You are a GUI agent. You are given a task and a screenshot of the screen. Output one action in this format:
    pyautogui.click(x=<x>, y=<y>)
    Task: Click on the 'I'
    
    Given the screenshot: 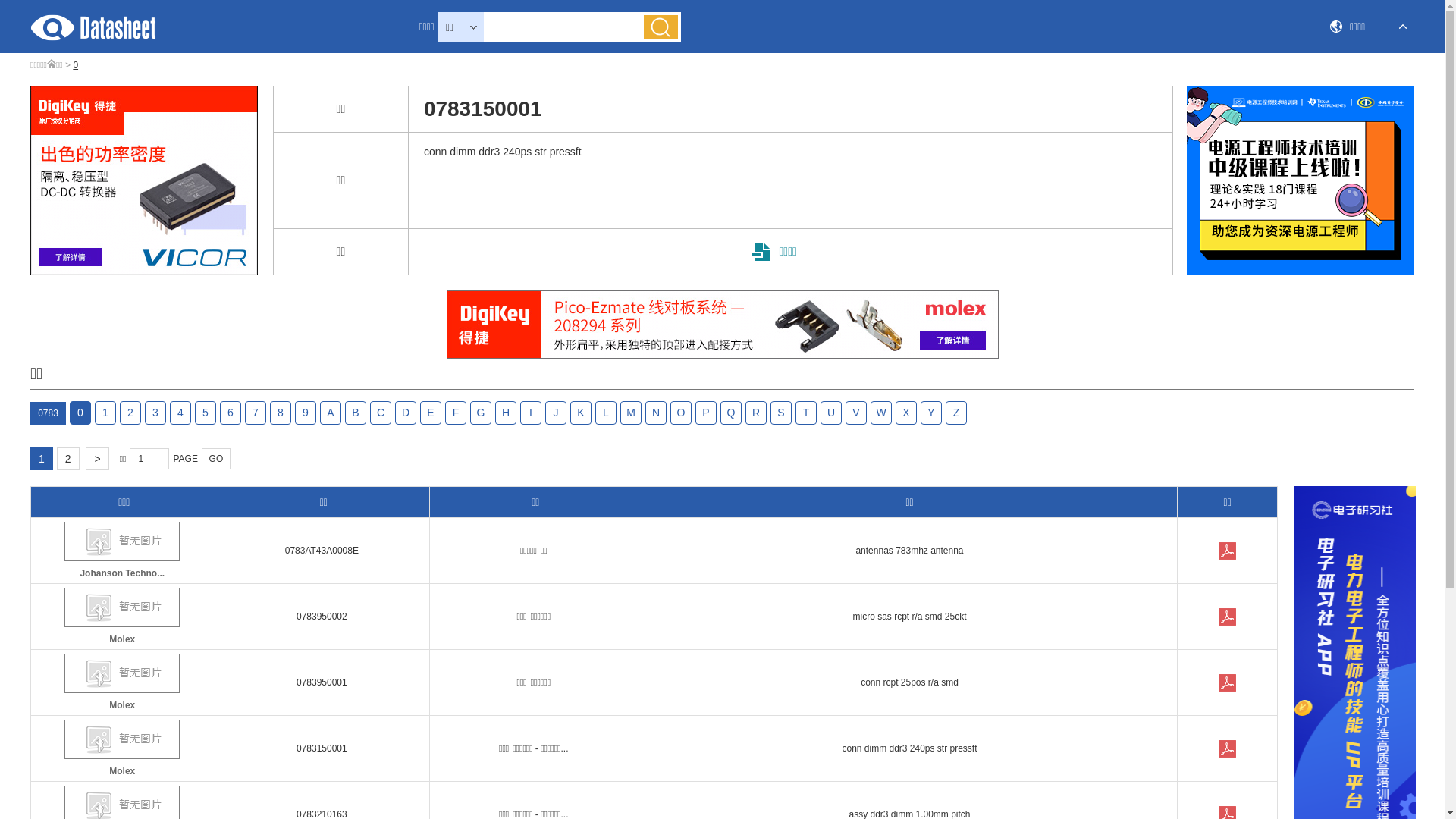 What is the action you would take?
    pyautogui.click(x=531, y=413)
    